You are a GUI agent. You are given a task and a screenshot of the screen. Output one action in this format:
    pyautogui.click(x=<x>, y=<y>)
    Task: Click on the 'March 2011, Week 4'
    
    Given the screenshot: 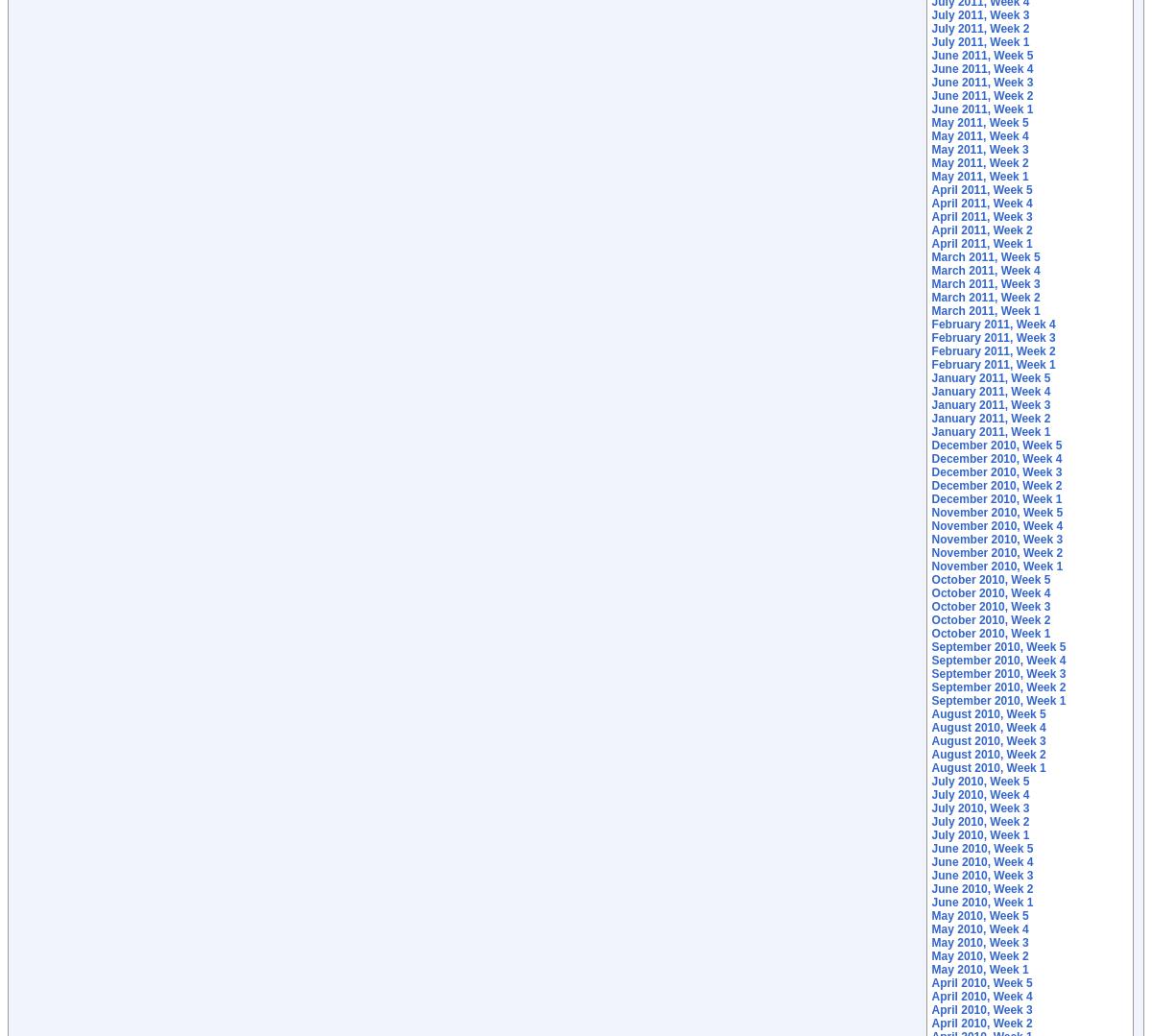 What is the action you would take?
    pyautogui.click(x=930, y=271)
    